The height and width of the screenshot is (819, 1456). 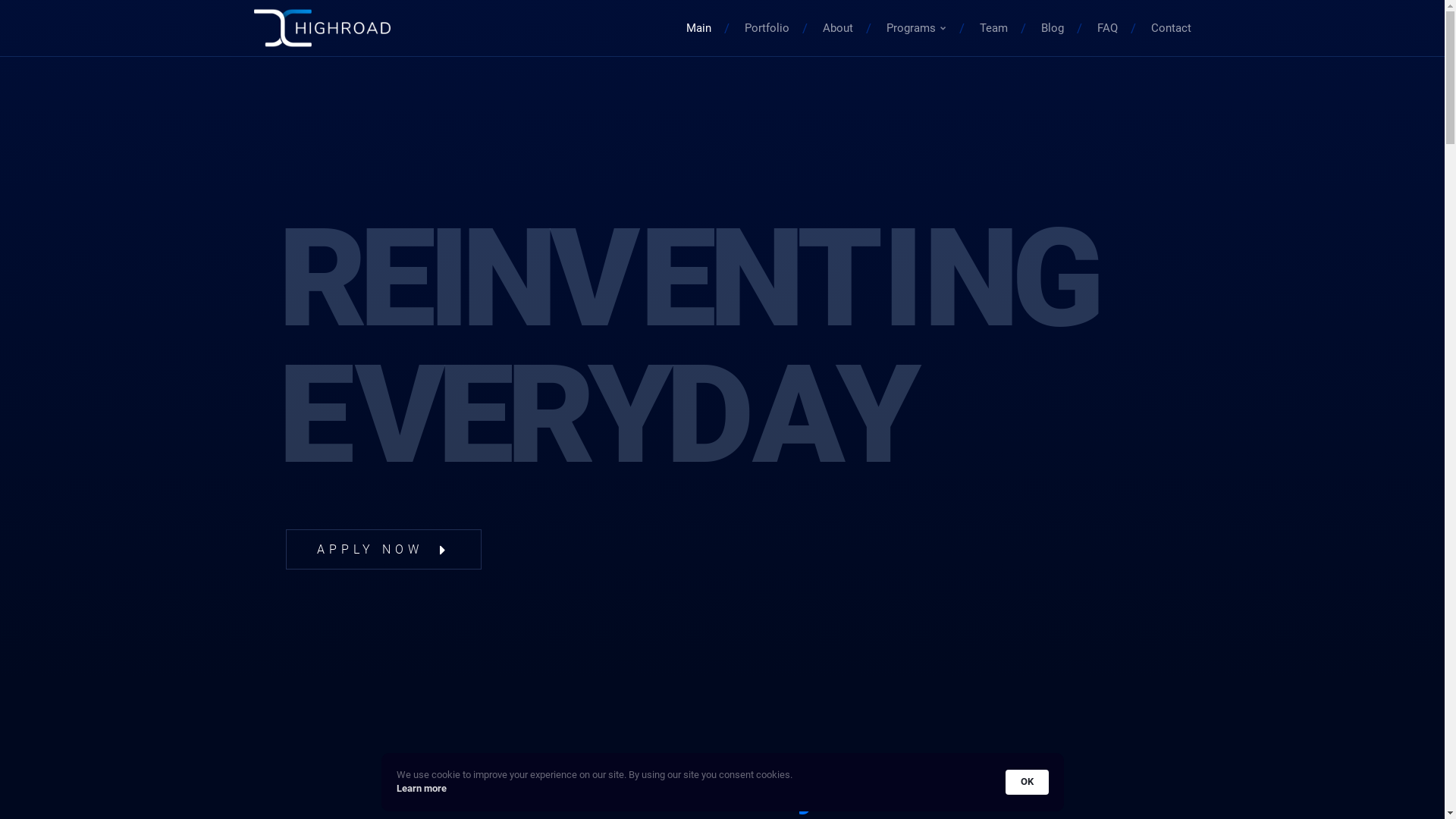 What do you see at coordinates (993, 28) in the screenshot?
I see `'Team'` at bounding box center [993, 28].